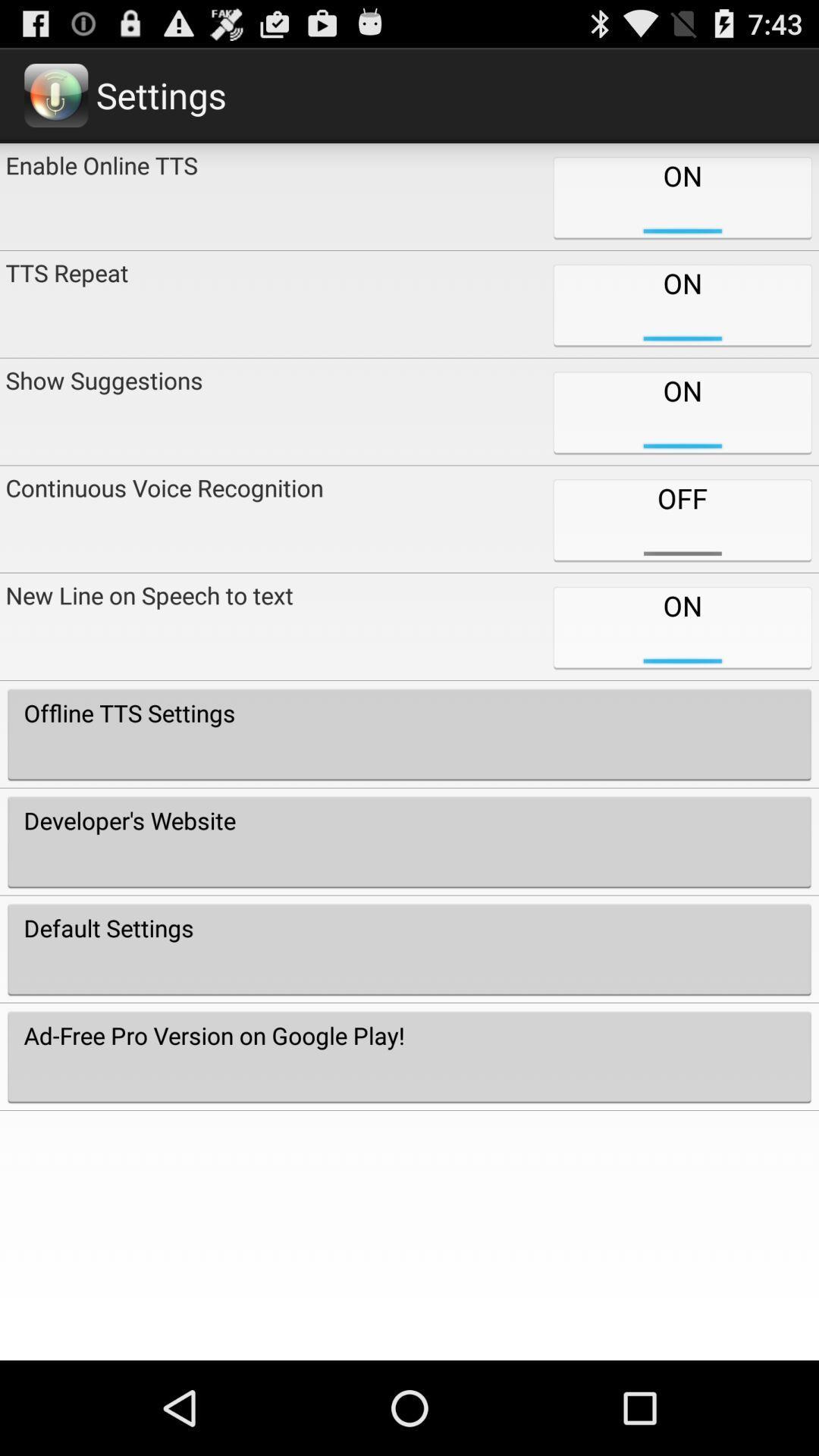  What do you see at coordinates (409, 1056) in the screenshot?
I see `icon below the default settings` at bounding box center [409, 1056].